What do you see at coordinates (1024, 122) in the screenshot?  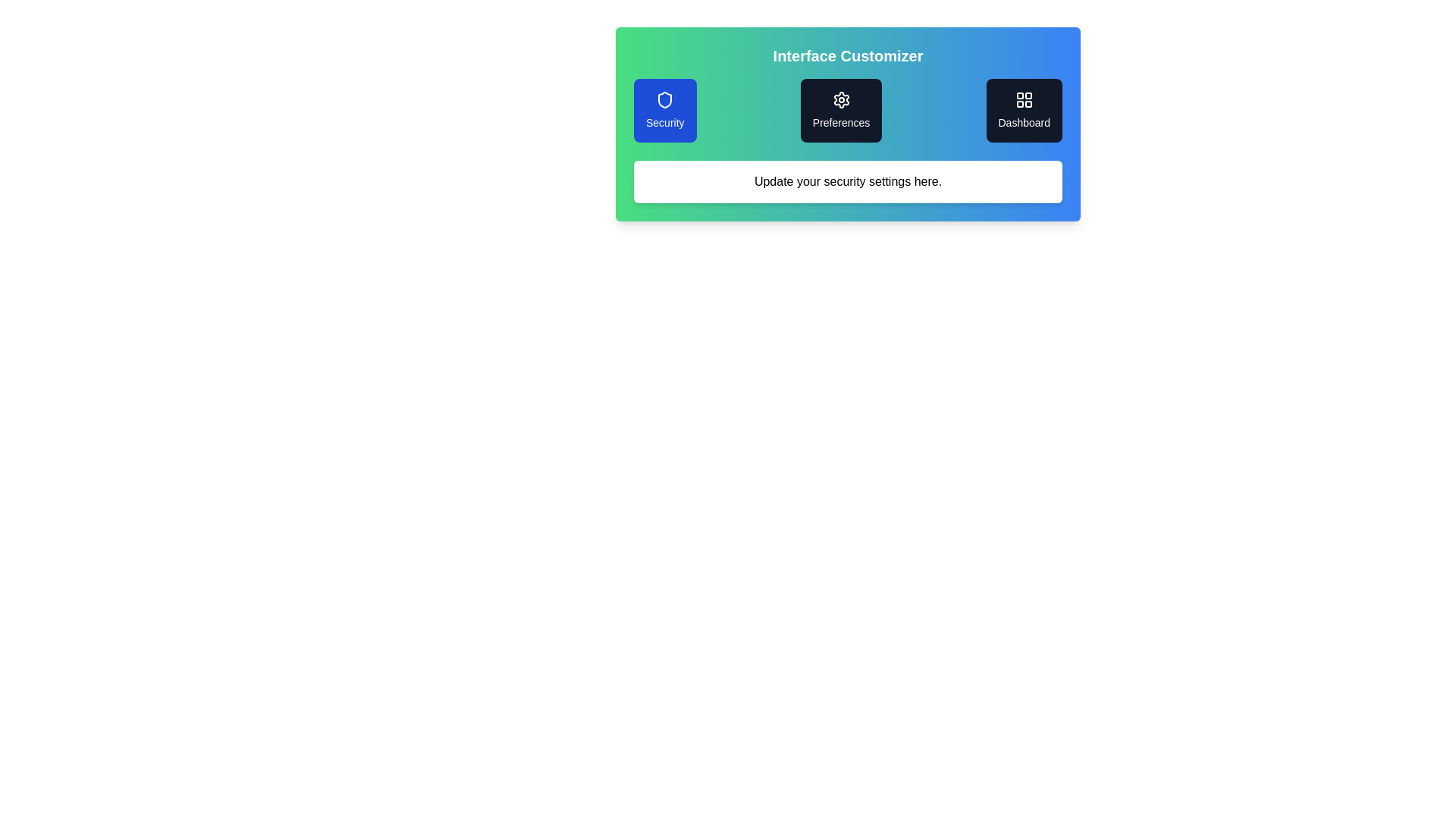 I see `the label text element that describes the functionality of the associated button in the dashboard, located below a grid layout icon within the 'Interface Customizer' section` at bounding box center [1024, 122].